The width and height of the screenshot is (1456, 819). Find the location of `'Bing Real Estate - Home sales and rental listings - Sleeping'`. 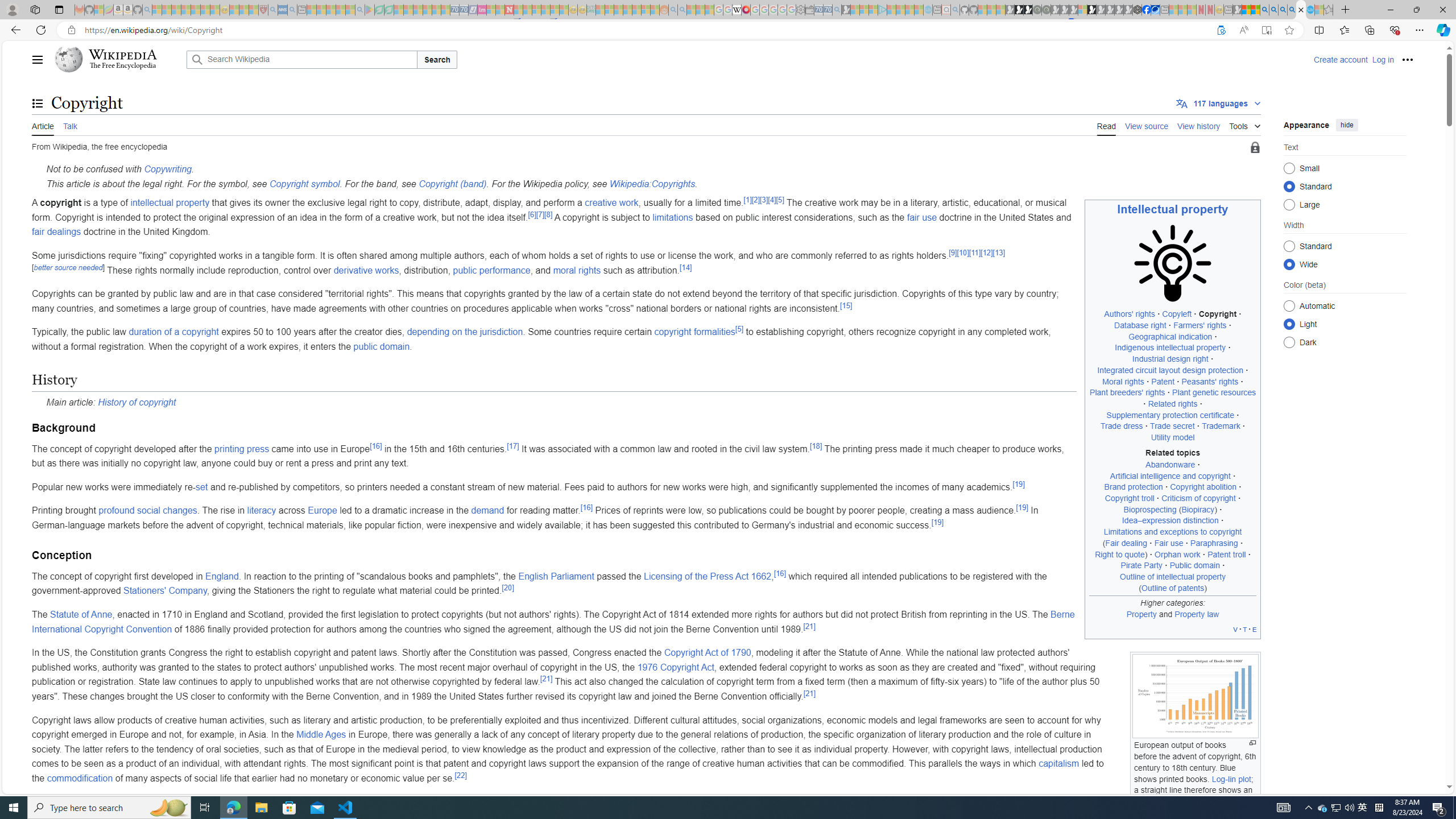

'Bing Real Estate - Home sales and rental listings - Sleeping' is located at coordinates (835, 9).